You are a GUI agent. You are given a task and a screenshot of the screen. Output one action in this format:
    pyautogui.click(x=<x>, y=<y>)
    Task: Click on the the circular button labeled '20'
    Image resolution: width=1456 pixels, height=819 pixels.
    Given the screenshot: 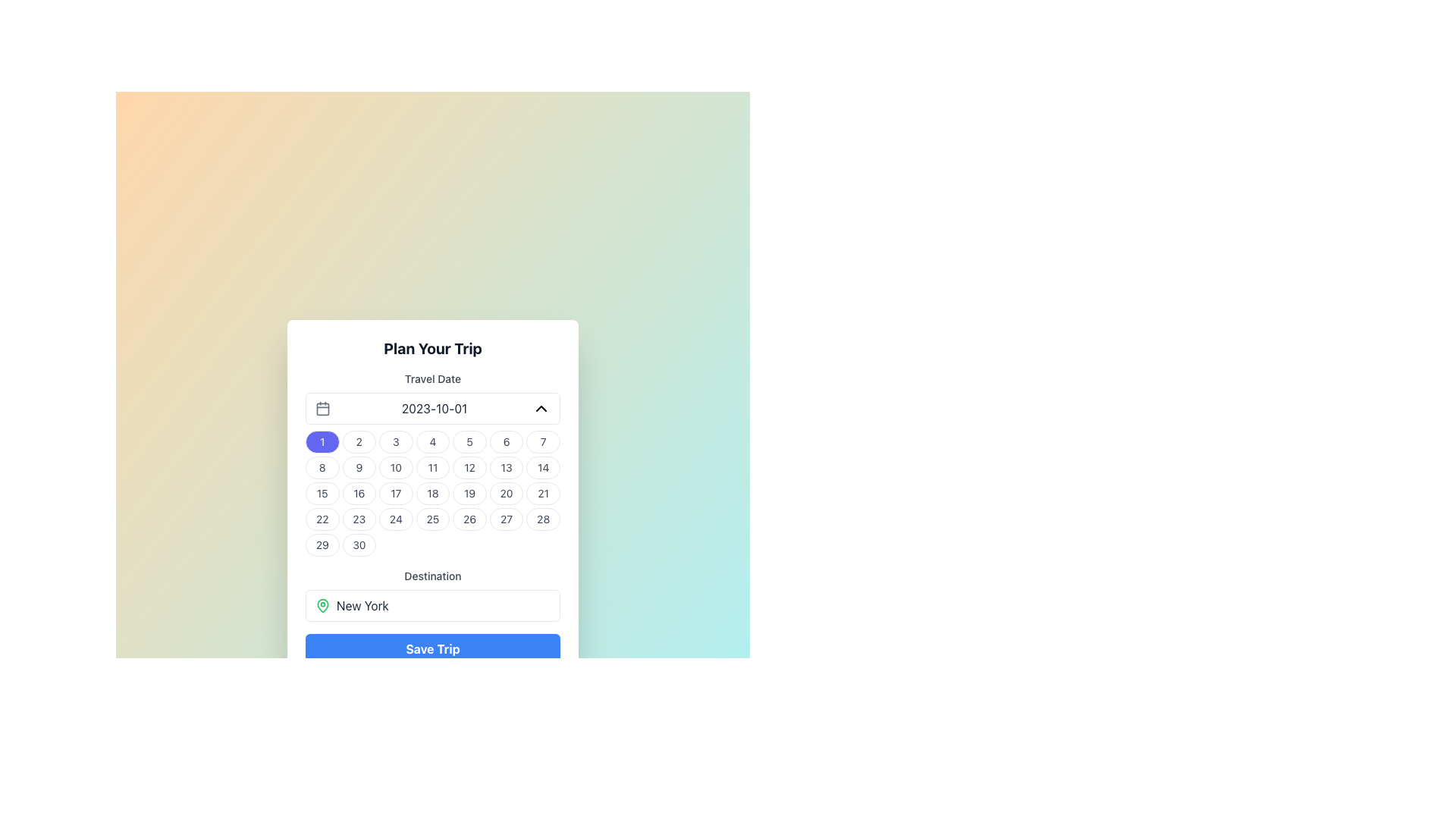 What is the action you would take?
    pyautogui.click(x=506, y=494)
    